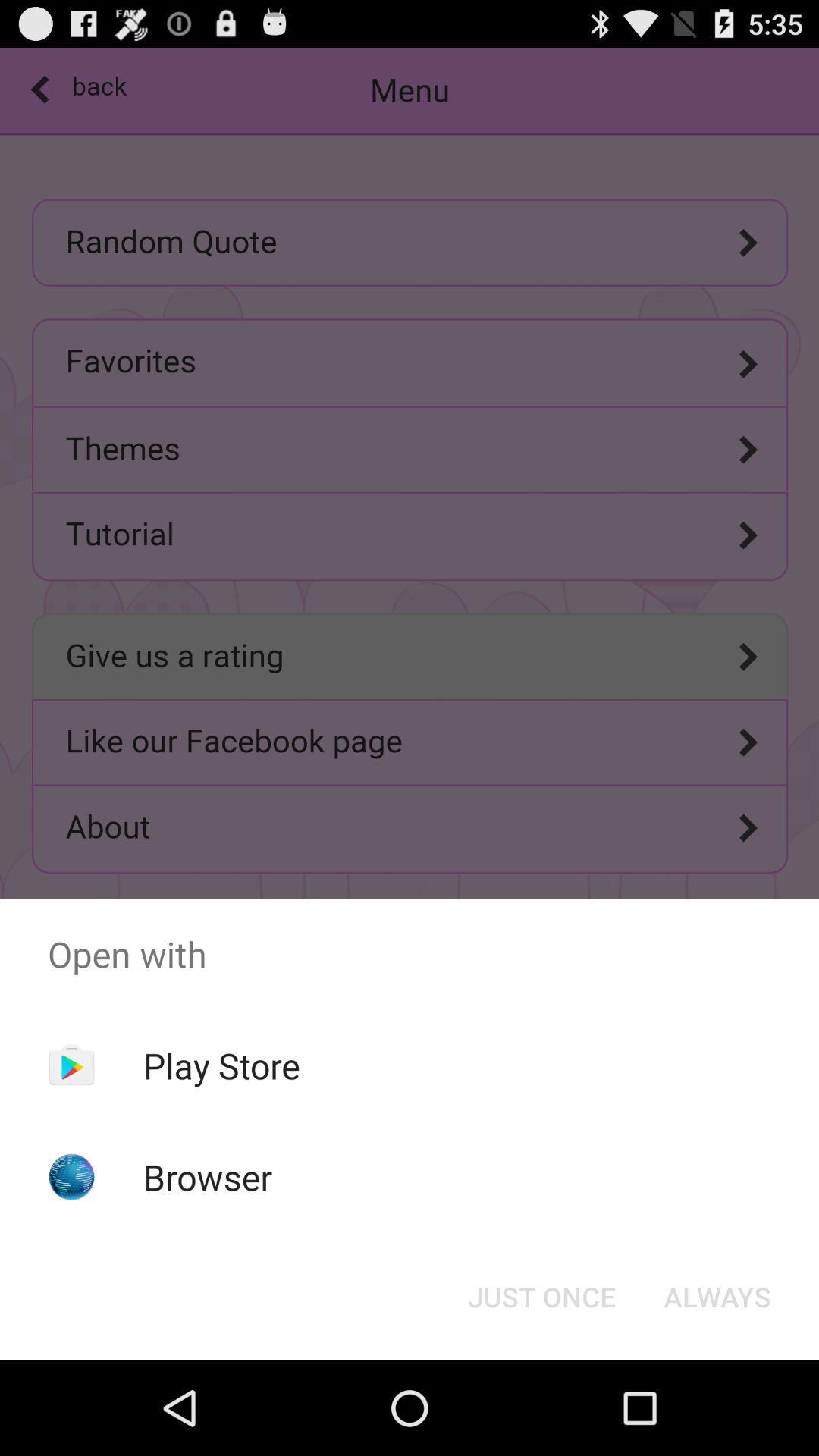 This screenshot has height=1456, width=819. I want to click on the icon below open with icon, so click(221, 1065).